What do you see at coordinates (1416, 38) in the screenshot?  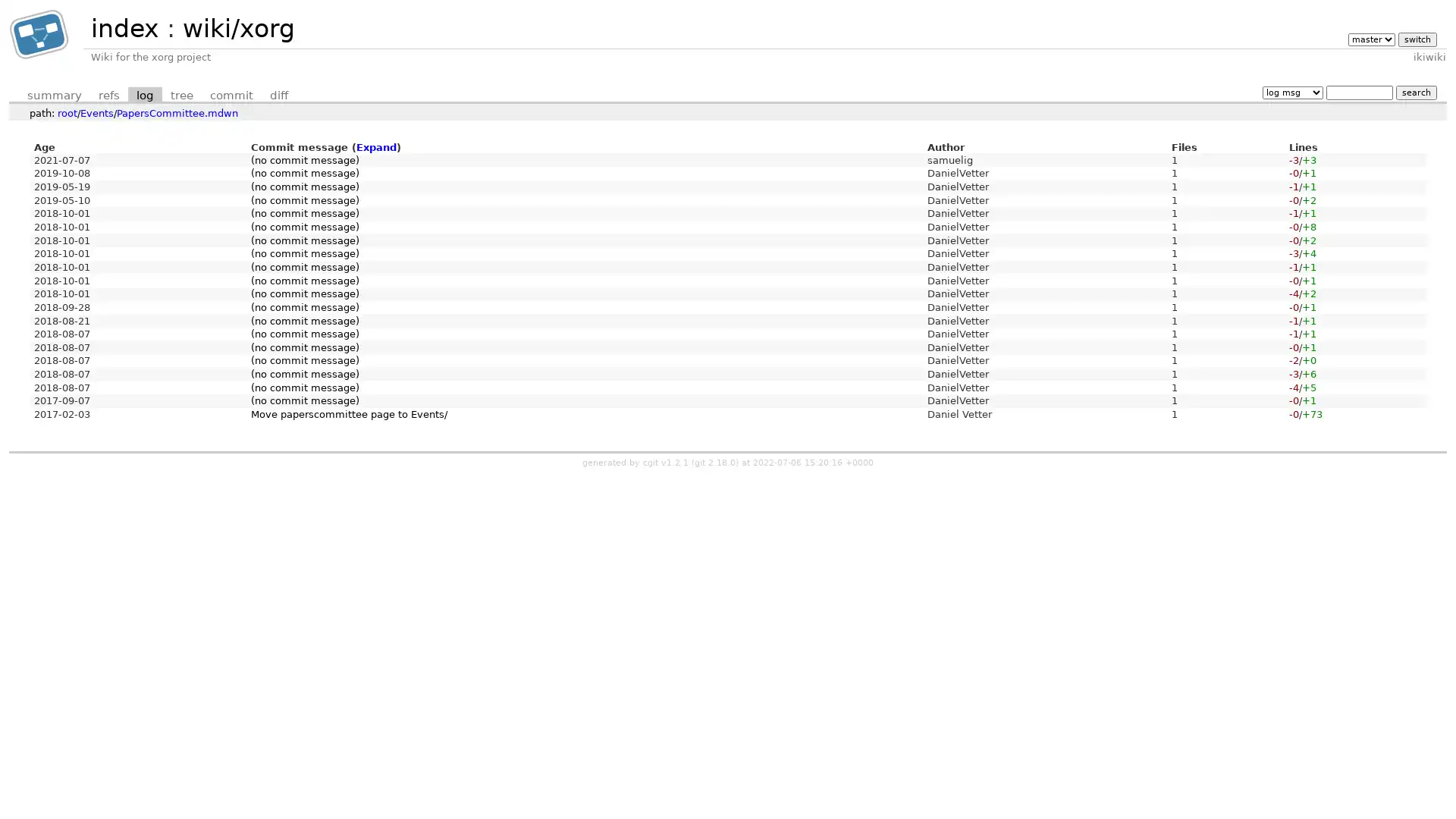 I see `switch` at bounding box center [1416, 38].